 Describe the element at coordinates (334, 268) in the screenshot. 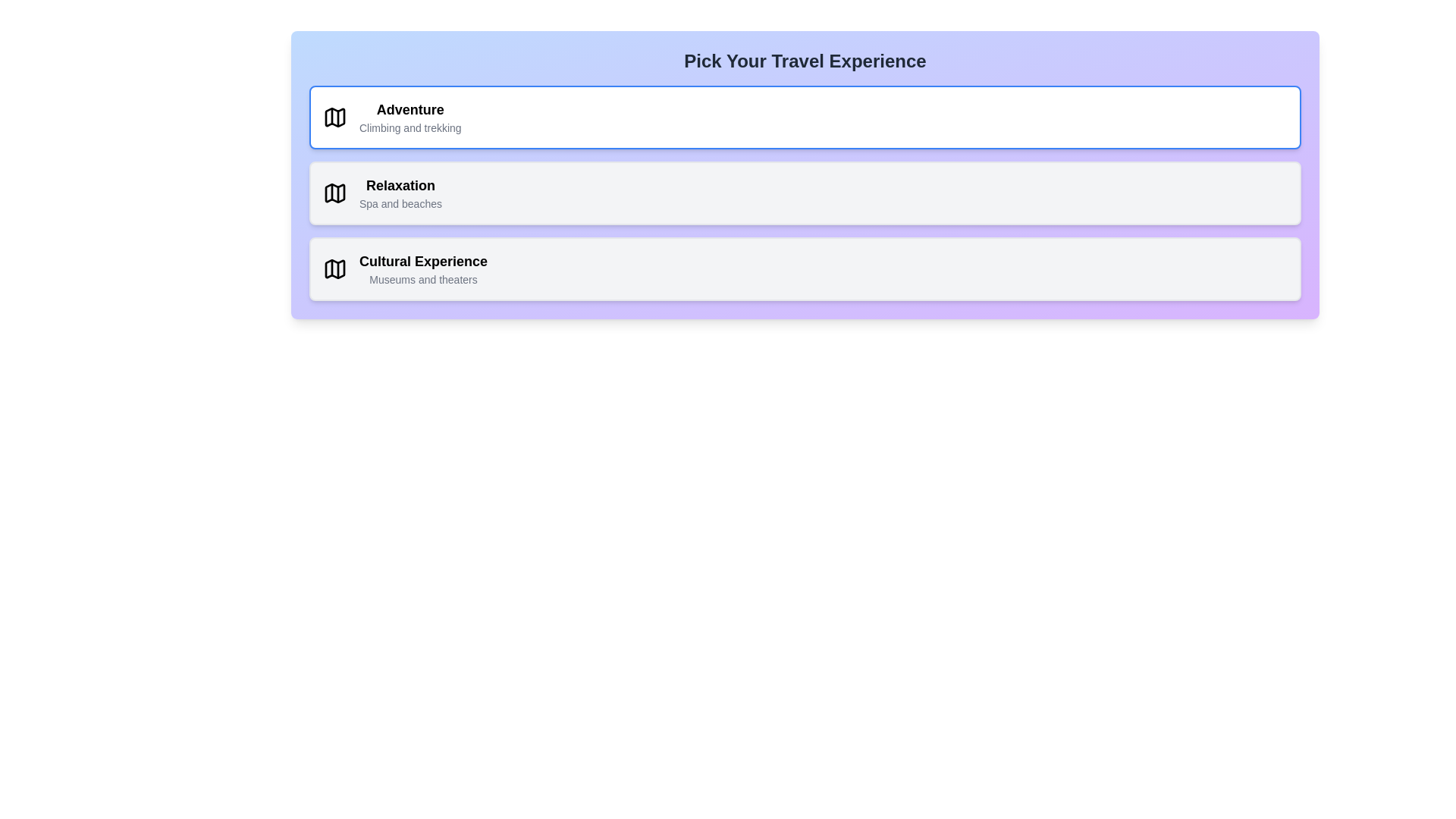

I see `black folded map icon located to the left of the 'Cultural Experience' text within the third card from the top` at that location.